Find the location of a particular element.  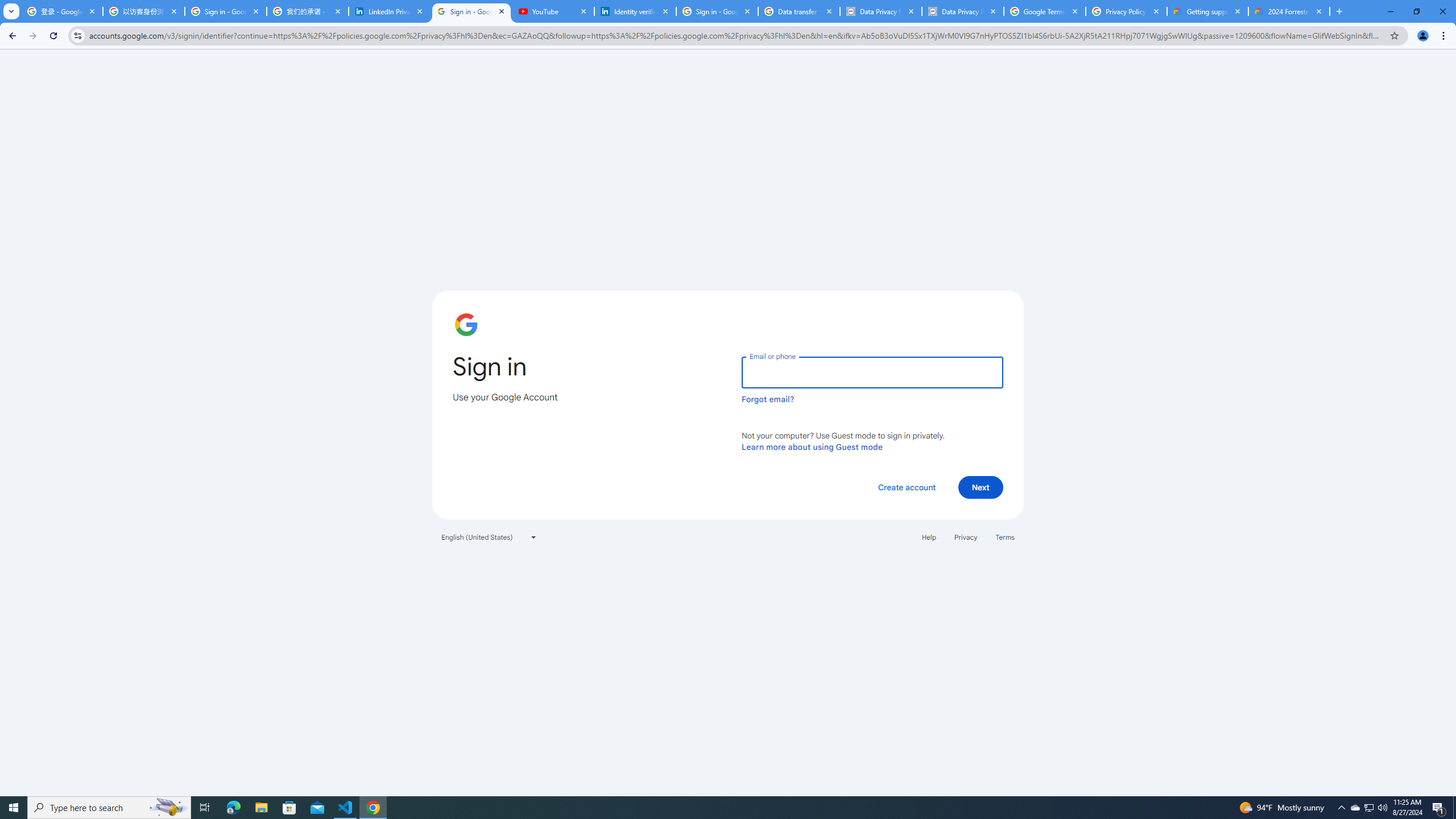

'LinkedIn Privacy Policy' is located at coordinates (389, 11).